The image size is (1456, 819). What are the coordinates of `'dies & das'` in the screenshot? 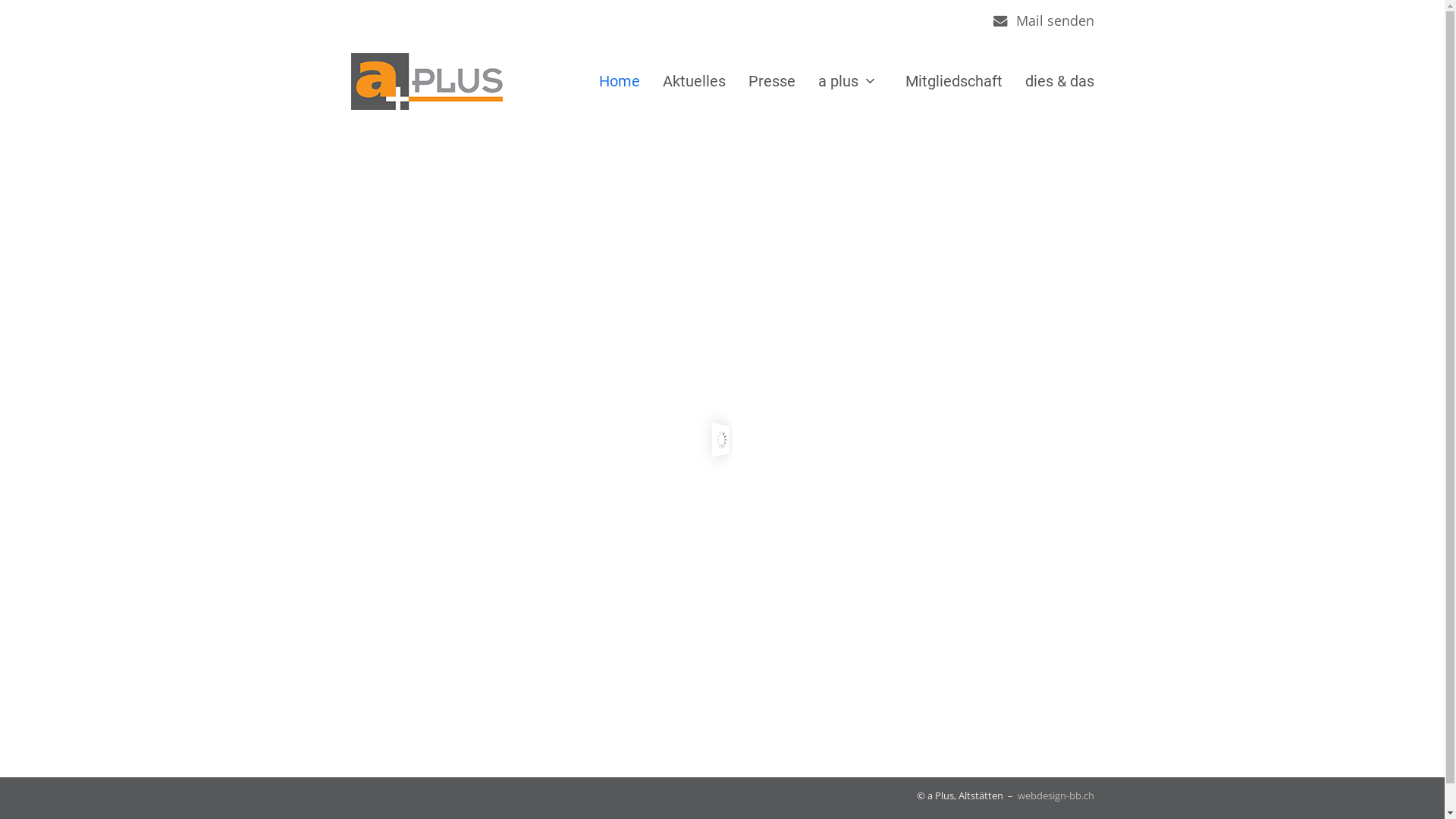 It's located at (1058, 81).